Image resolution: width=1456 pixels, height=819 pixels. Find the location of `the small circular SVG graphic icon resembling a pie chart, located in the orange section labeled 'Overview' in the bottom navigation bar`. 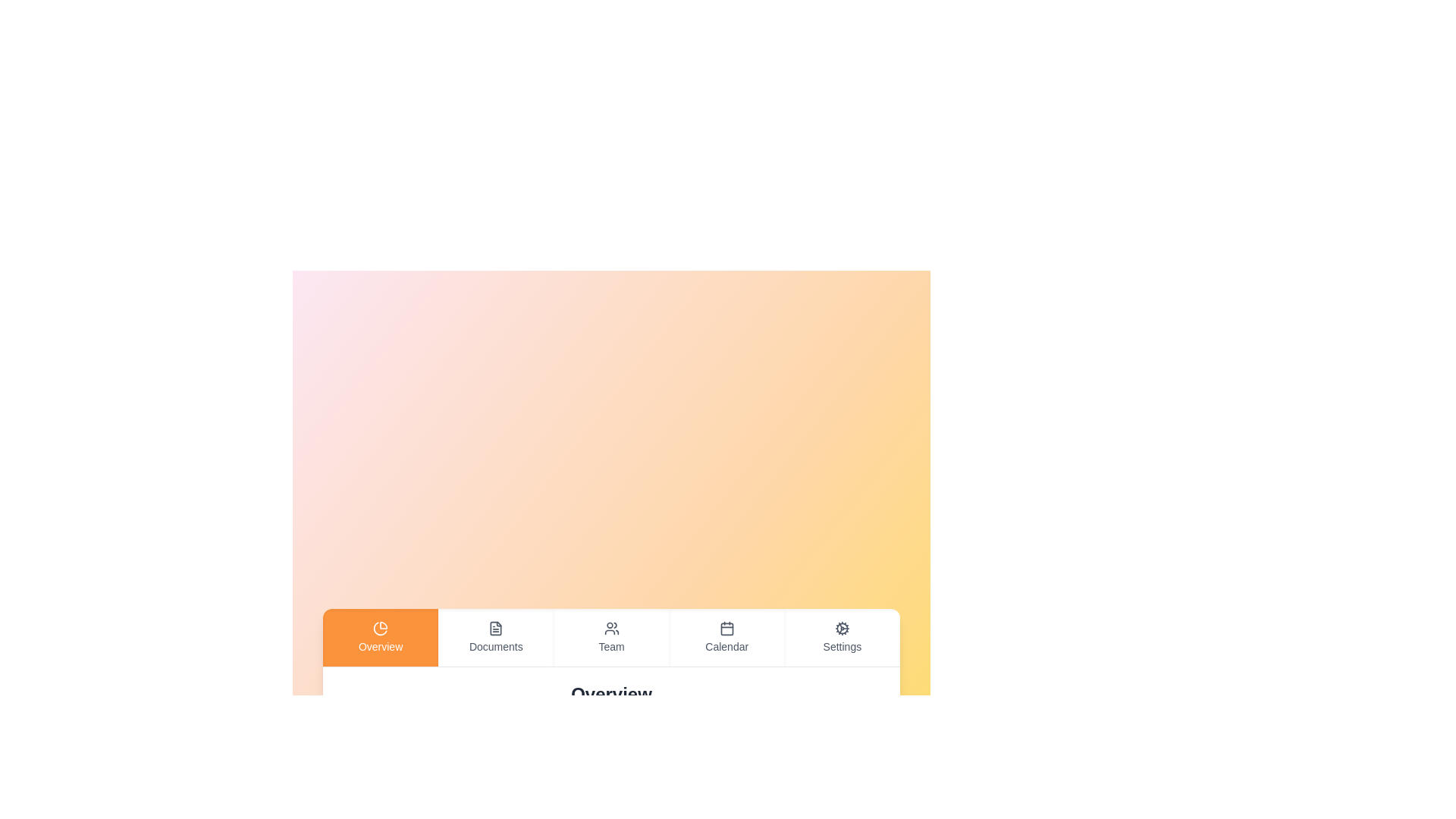

the small circular SVG graphic icon resembling a pie chart, located in the orange section labeled 'Overview' in the bottom navigation bar is located at coordinates (381, 628).